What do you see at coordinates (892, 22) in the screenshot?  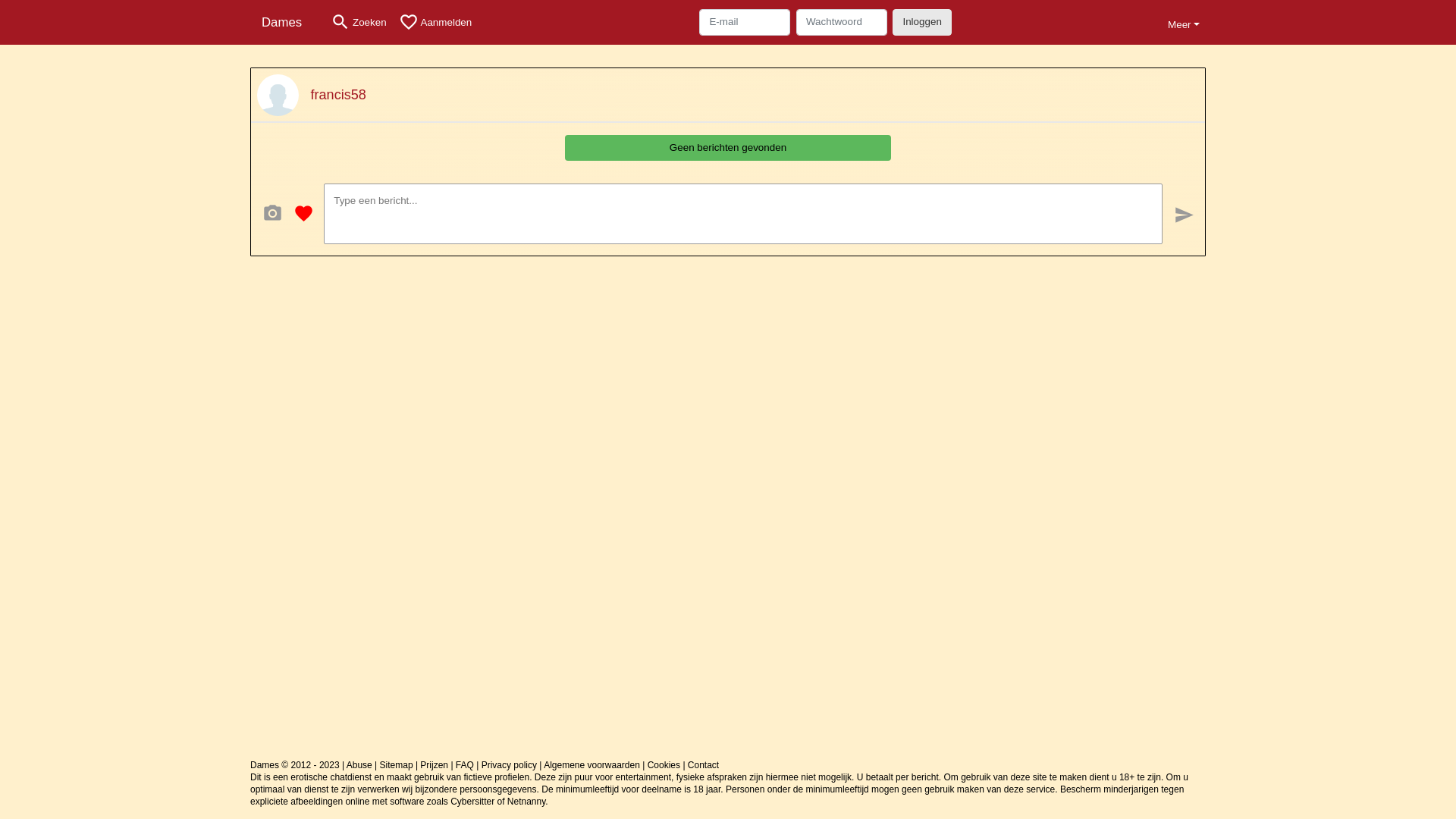 I see `'Inloggen'` at bounding box center [892, 22].